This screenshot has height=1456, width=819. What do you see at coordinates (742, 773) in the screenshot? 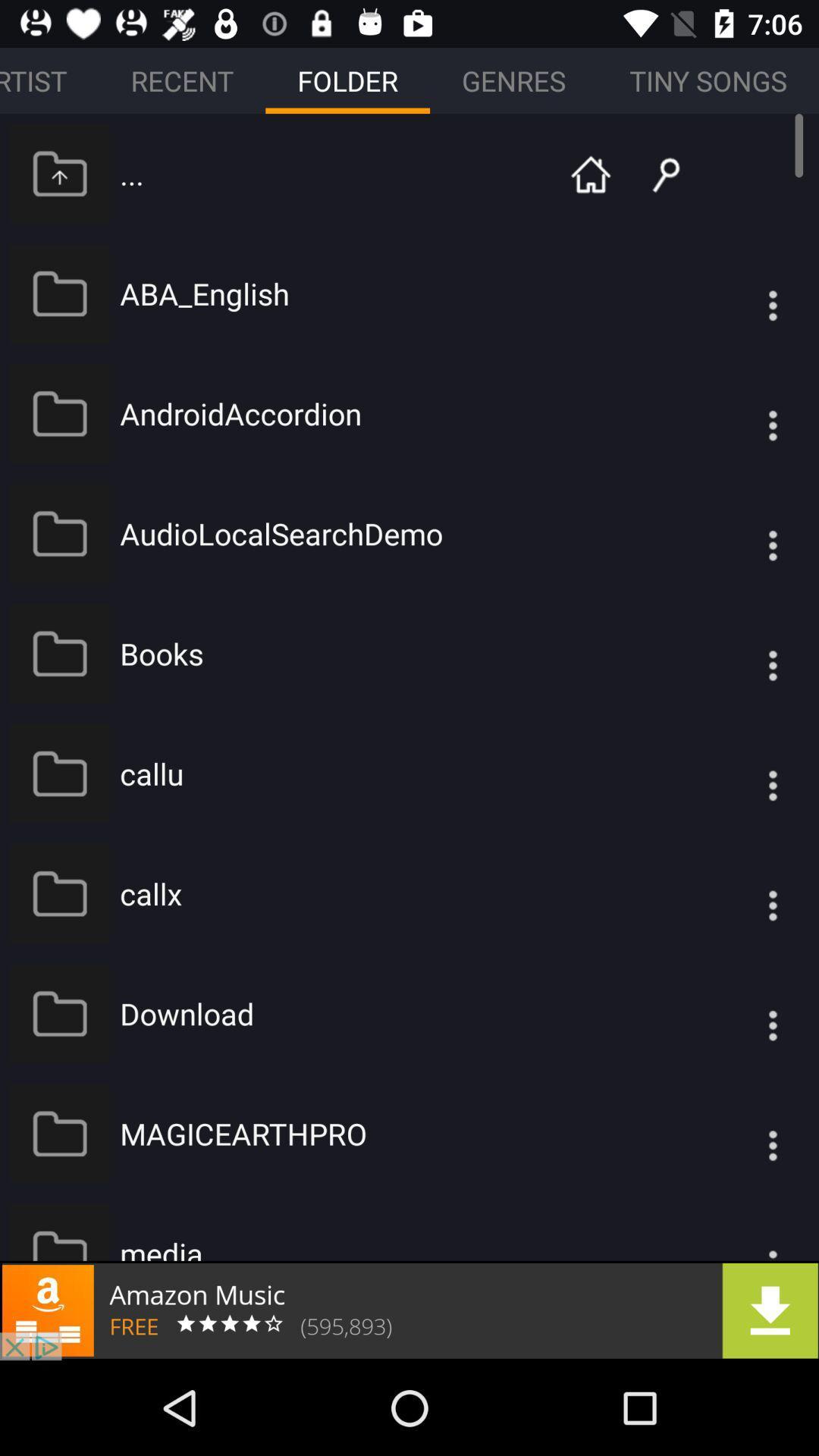
I see `settings` at bounding box center [742, 773].